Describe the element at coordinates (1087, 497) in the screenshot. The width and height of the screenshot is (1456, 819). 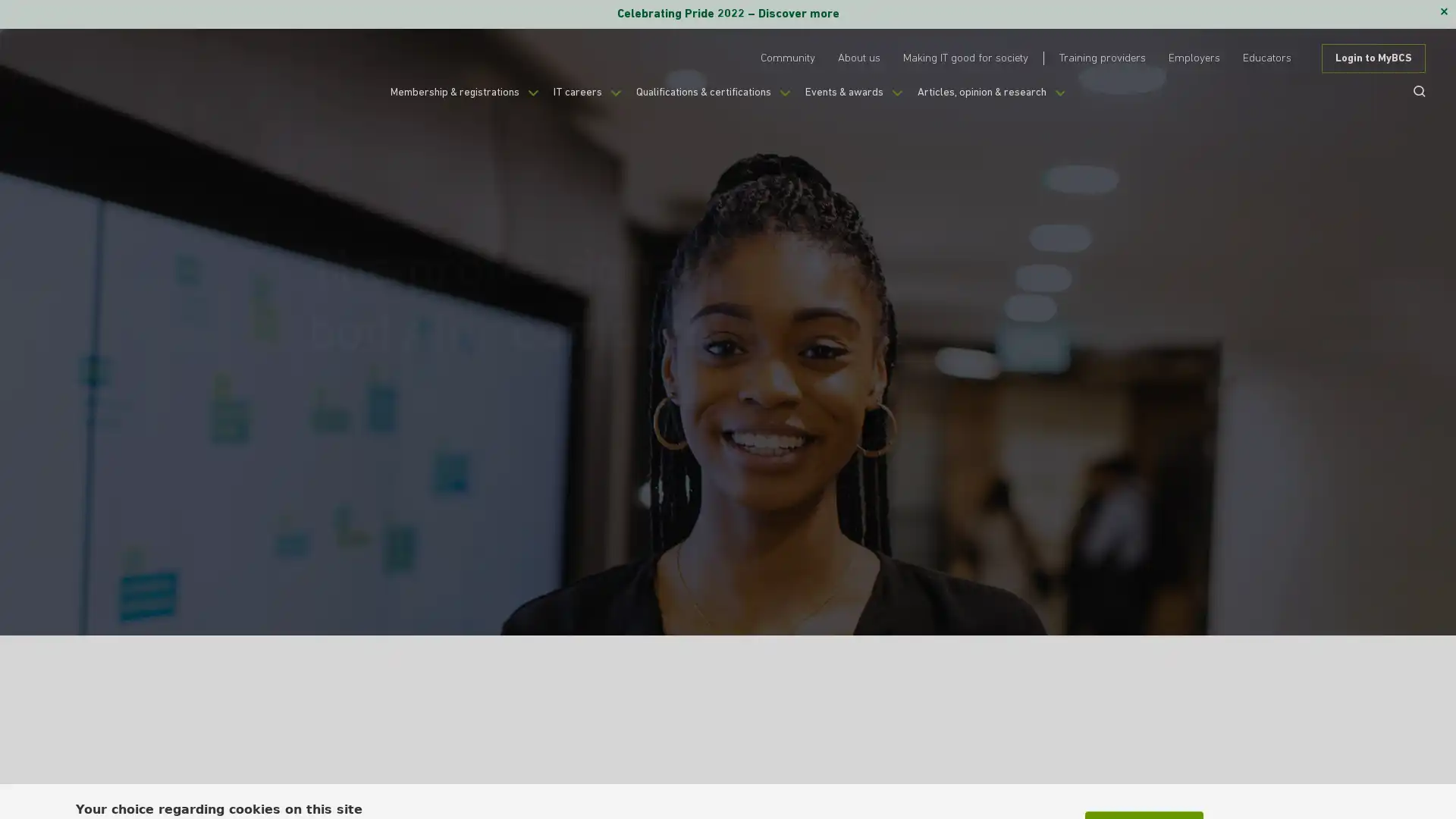
I see `Scroll to discover` at that location.